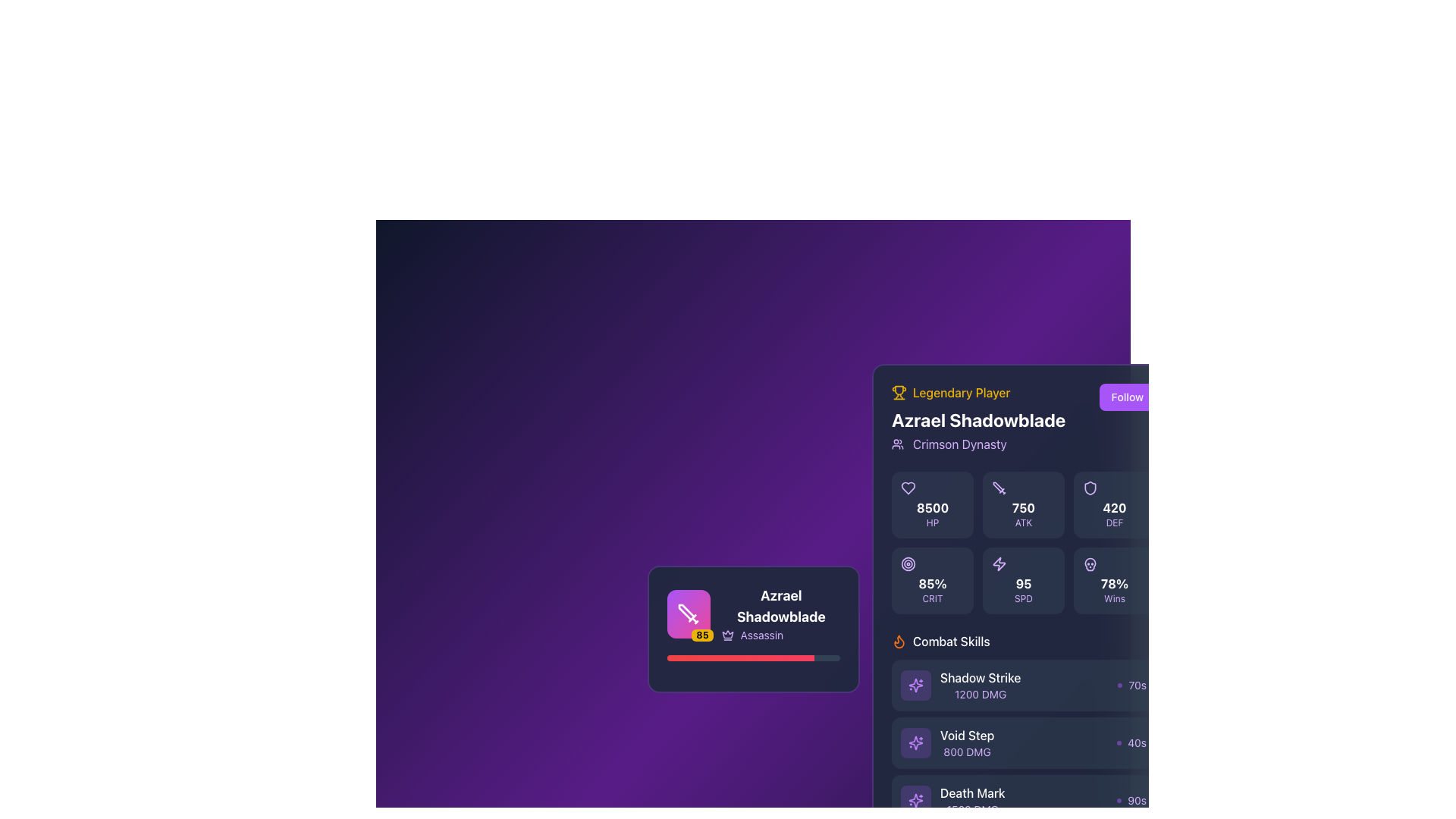 This screenshot has height=819, width=1456. What do you see at coordinates (1131, 742) in the screenshot?
I see `the cooldown indicator text label with icon for the 'Void Step' ability located on the right side of the 'Void Step' entry in the 'Combat Skills' section` at bounding box center [1131, 742].